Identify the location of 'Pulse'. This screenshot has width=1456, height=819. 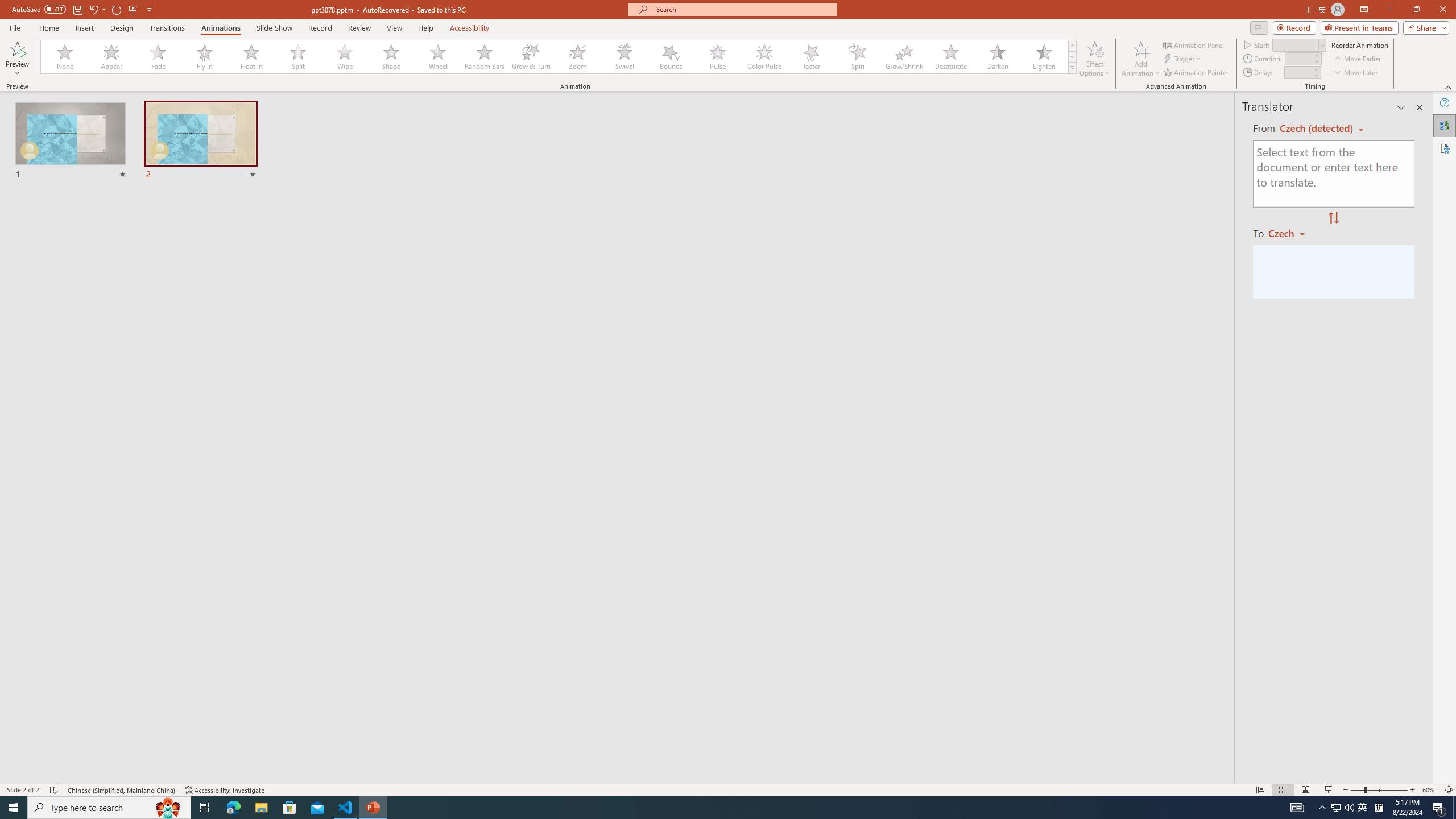
(717, 56).